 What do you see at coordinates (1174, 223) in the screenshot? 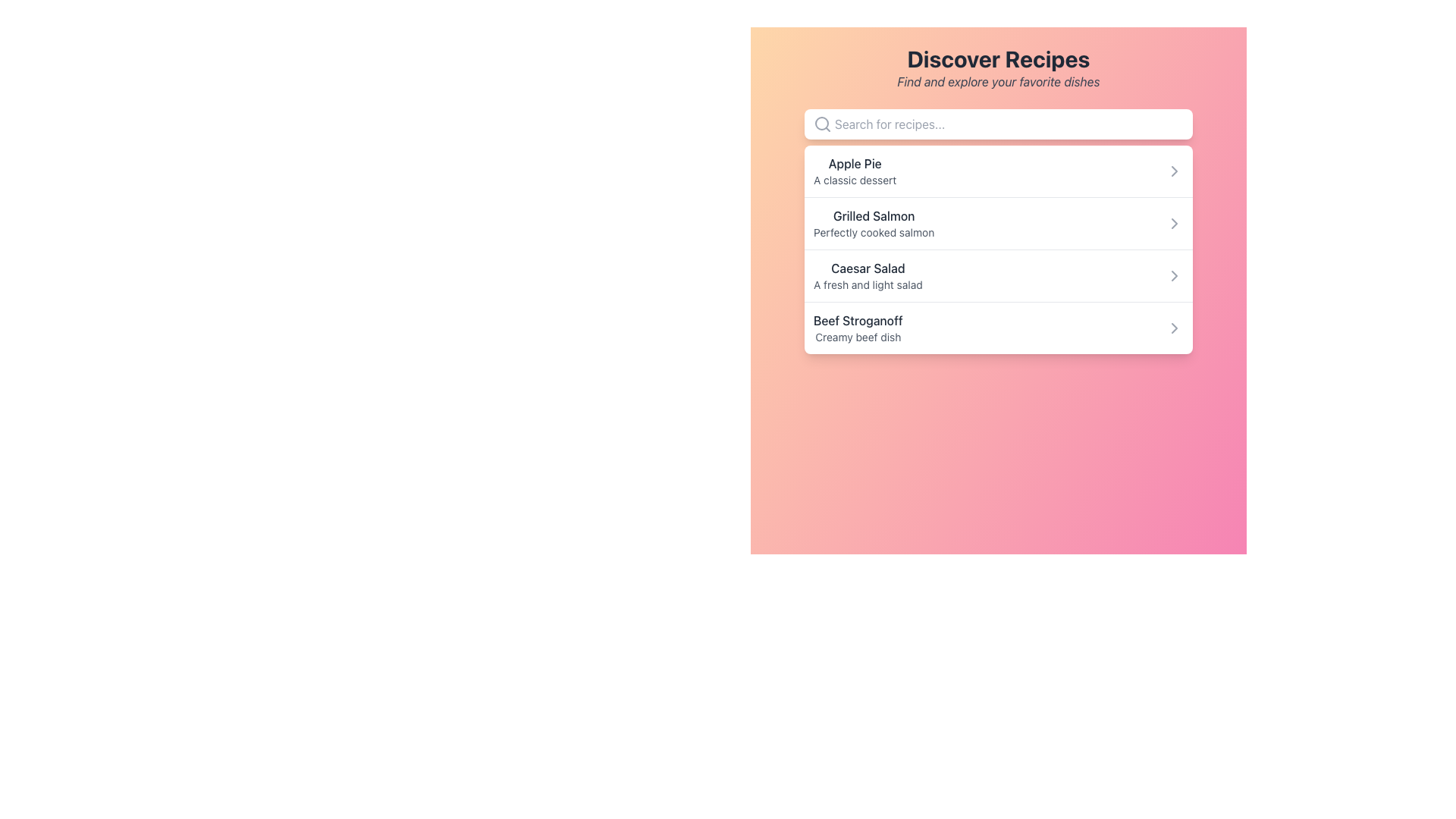
I see `the right-pointing gray chevron icon located at the far right of the list item labeled 'Grilled Salmon'` at bounding box center [1174, 223].